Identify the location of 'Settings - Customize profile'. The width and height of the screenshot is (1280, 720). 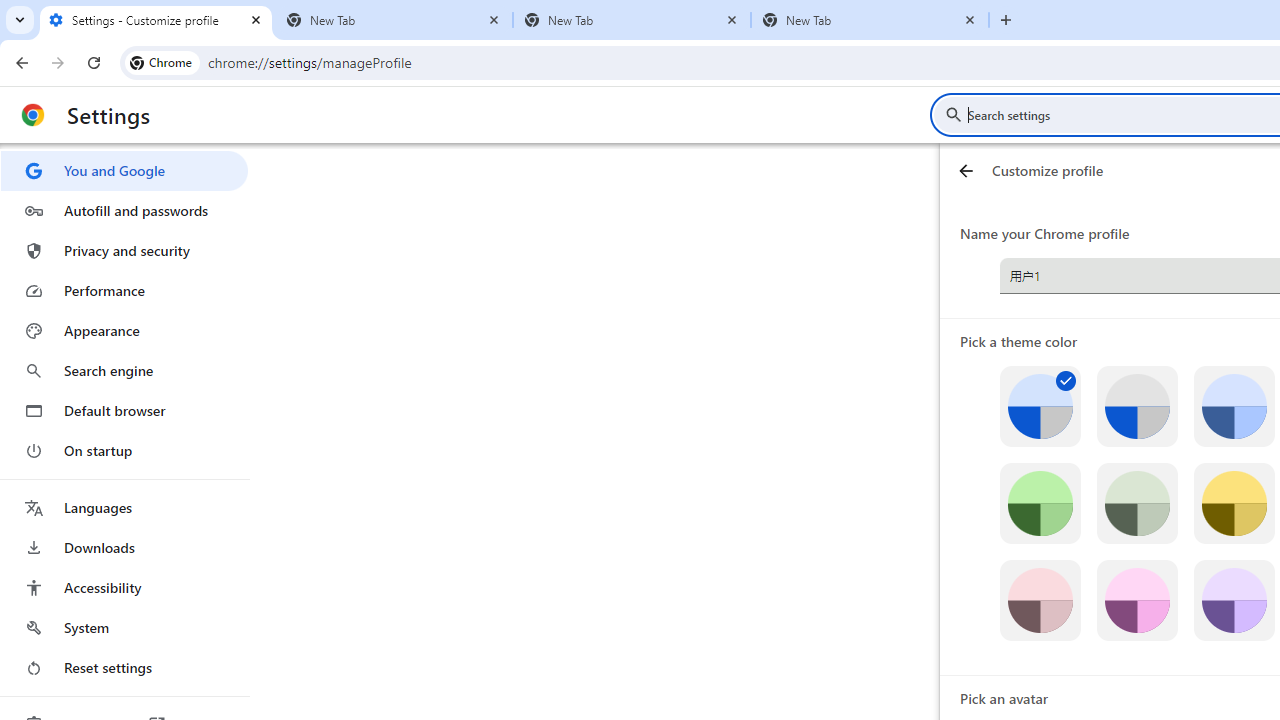
(155, 20).